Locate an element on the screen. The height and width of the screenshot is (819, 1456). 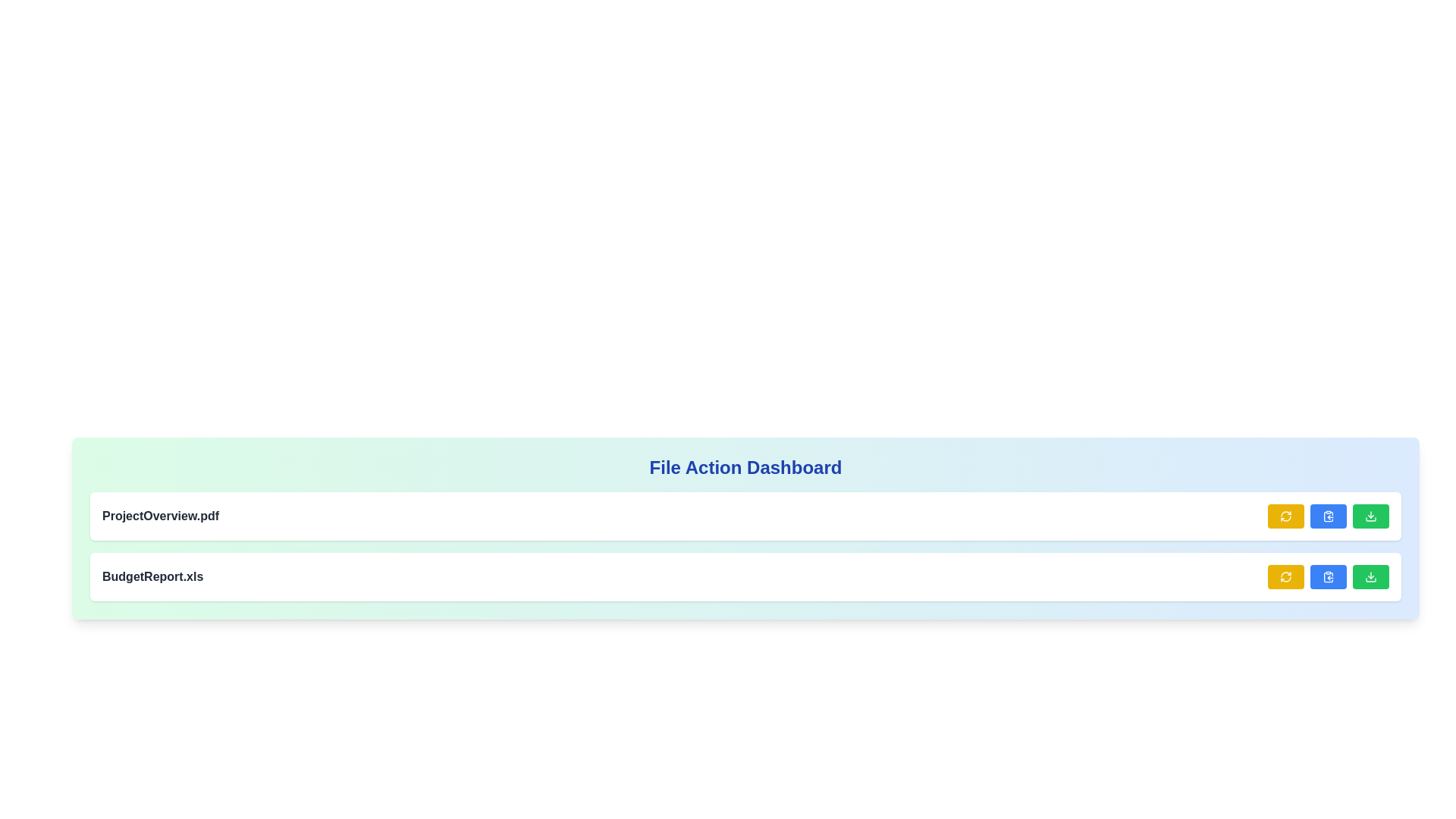
the square button with a blue background and clipboard icon located to the right of the 'ProjectOverview.pdf' file row is located at coordinates (1328, 516).